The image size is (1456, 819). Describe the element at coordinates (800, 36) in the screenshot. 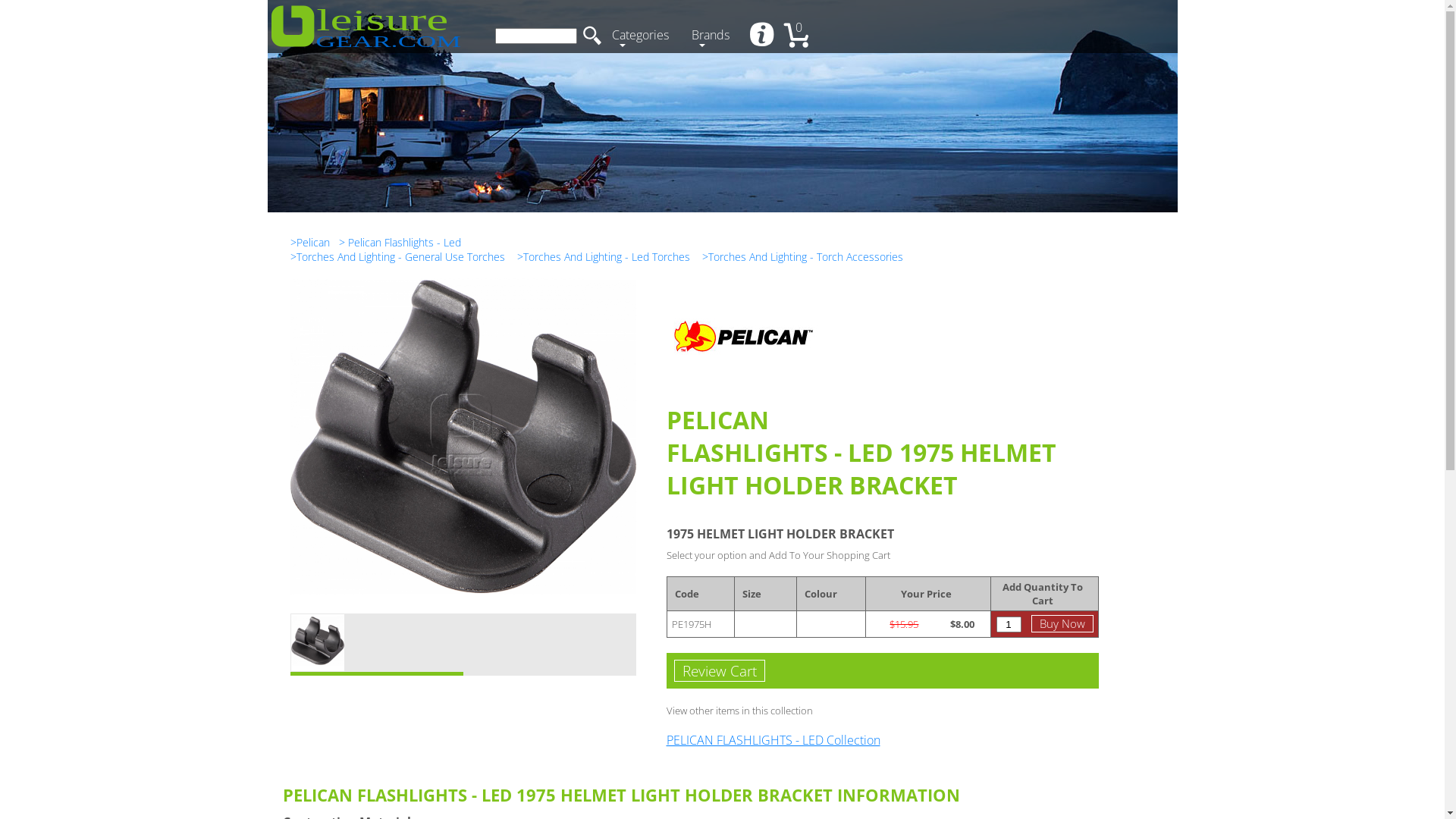

I see `'0'` at that location.